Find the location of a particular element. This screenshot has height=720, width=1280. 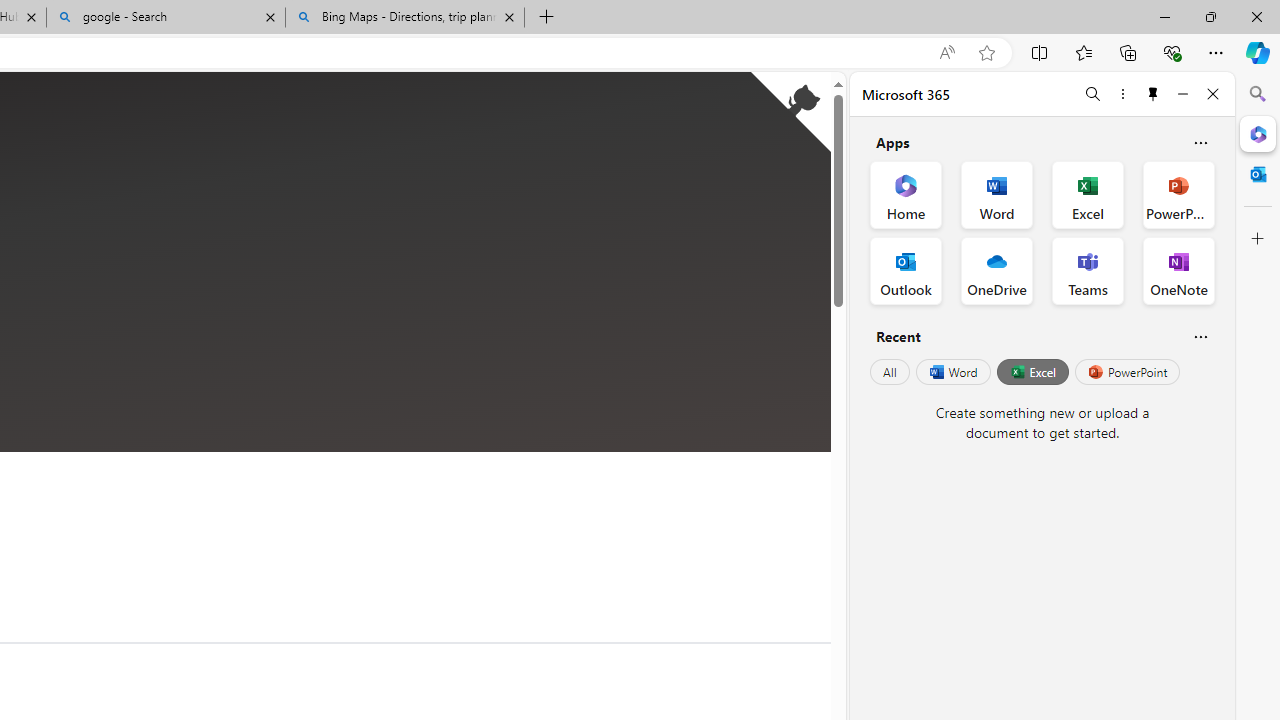

'Excel' is located at coordinates (1032, 372).